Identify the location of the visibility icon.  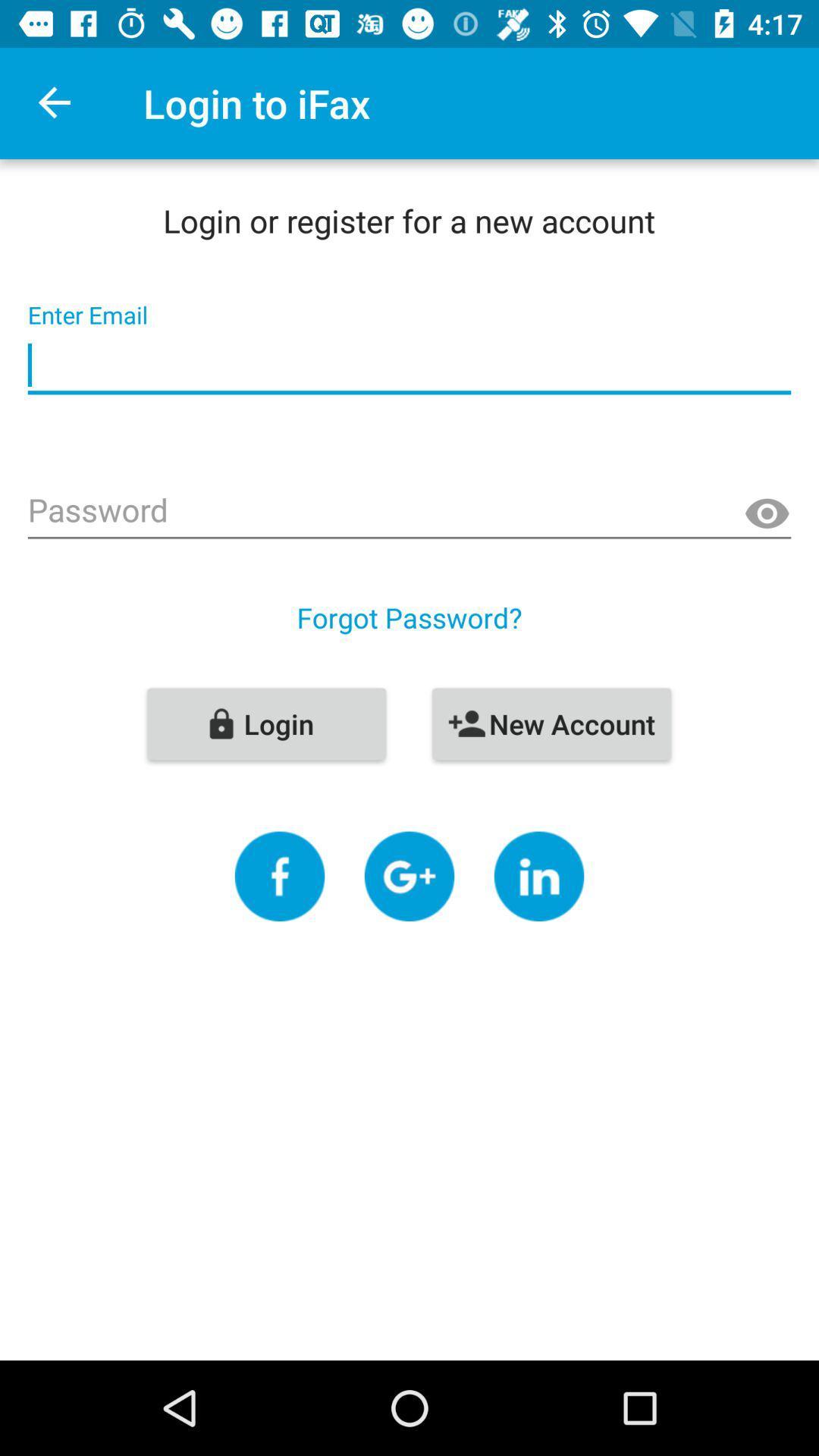
(767, 514).